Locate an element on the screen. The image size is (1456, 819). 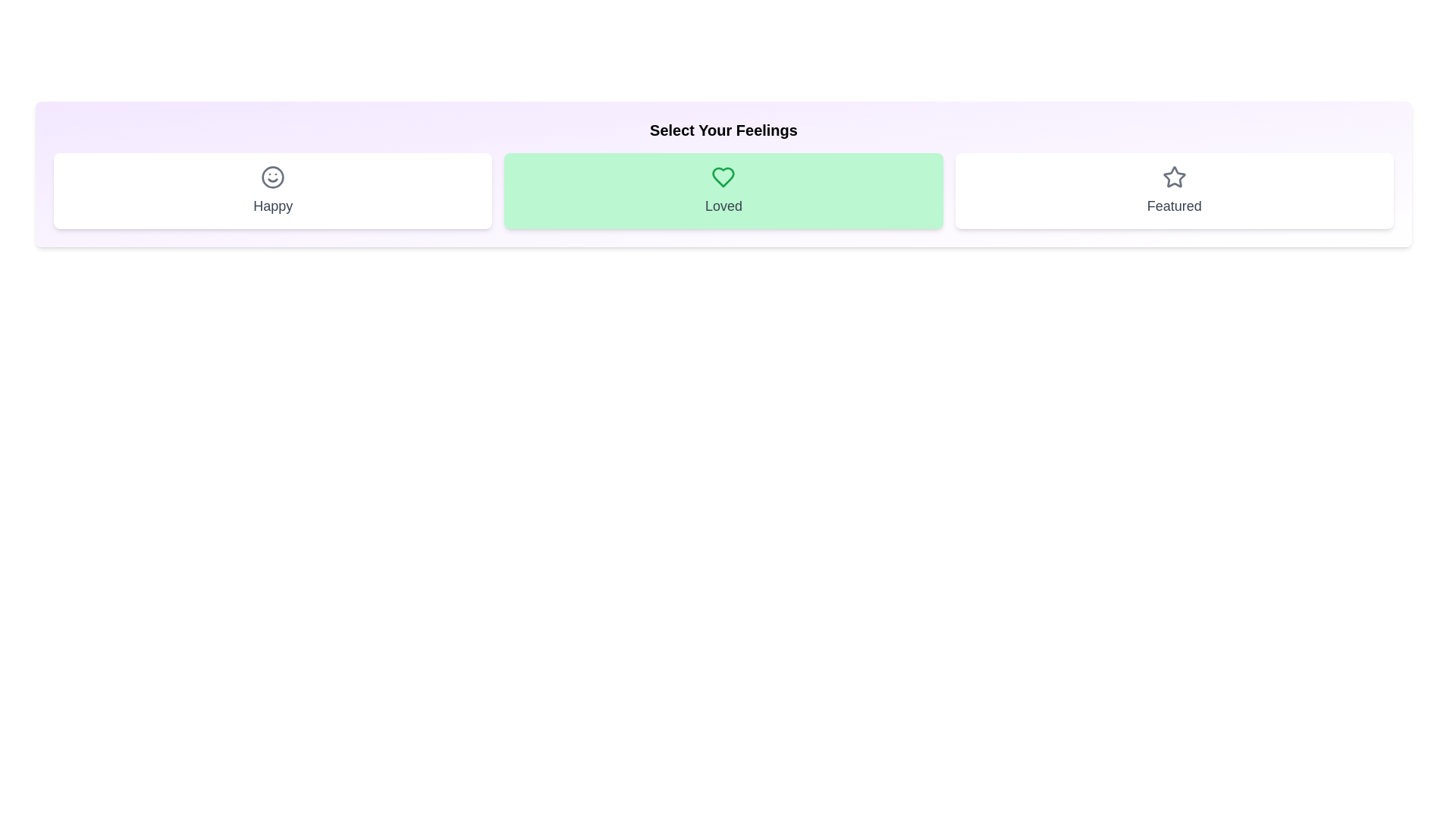
the chip labeled Happy is located at coordinates (273, 190).